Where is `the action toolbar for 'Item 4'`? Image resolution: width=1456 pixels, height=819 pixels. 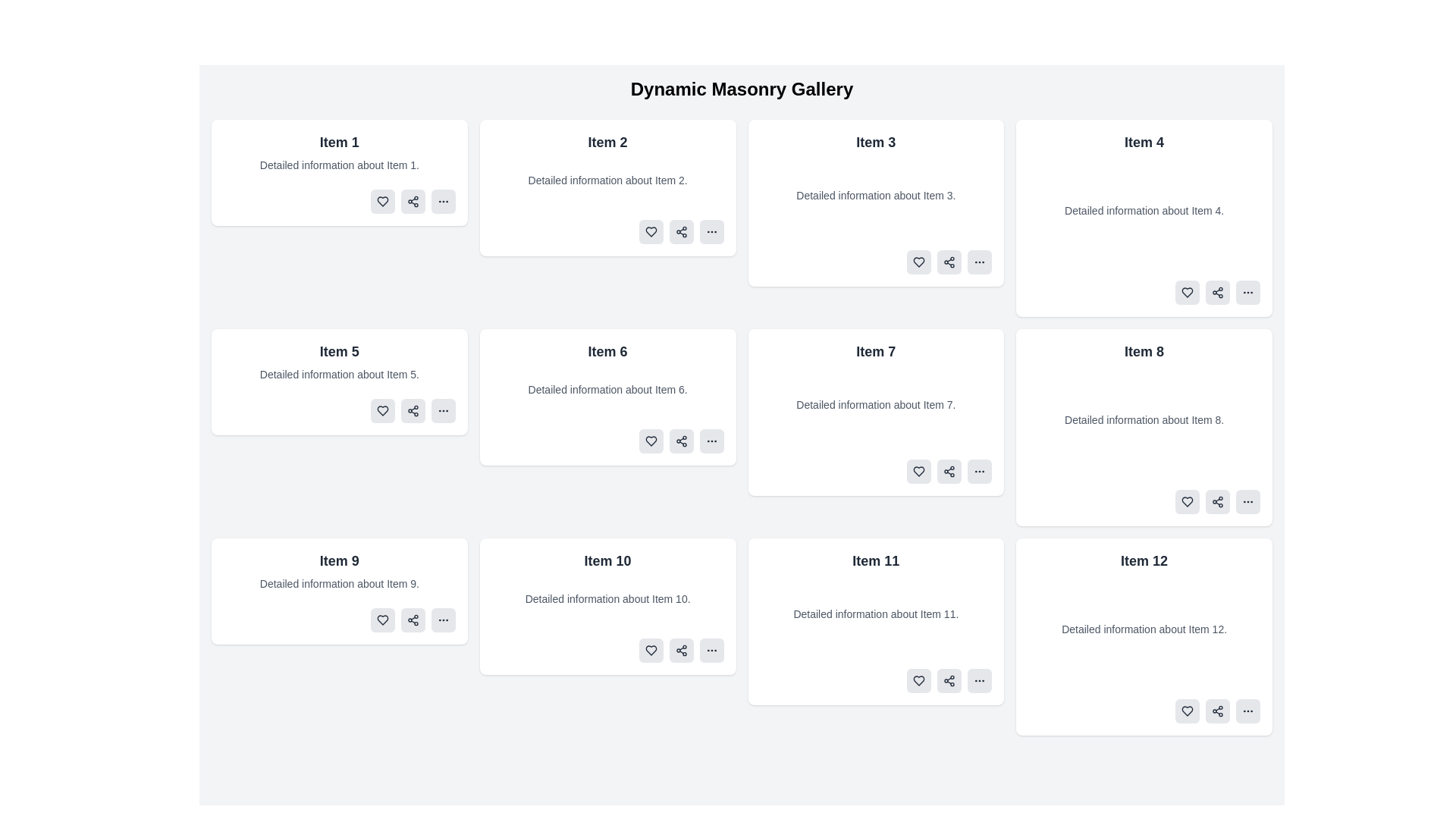 the action toolbar for 'Item 4' is located at coordinates (1144, 292).